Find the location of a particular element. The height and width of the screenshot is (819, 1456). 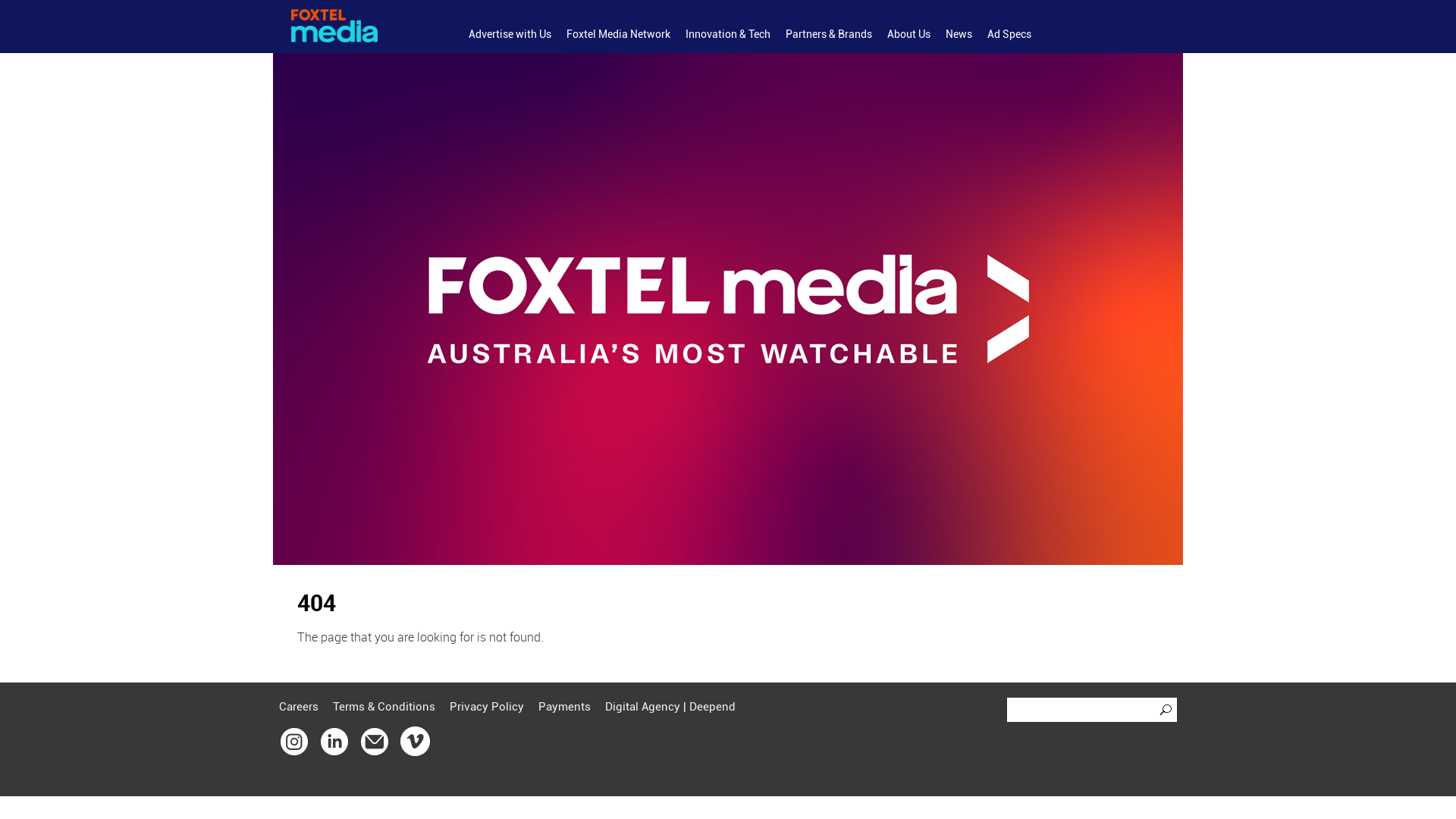

'Foxtel Media Network' is located at coordinates (618, 34).